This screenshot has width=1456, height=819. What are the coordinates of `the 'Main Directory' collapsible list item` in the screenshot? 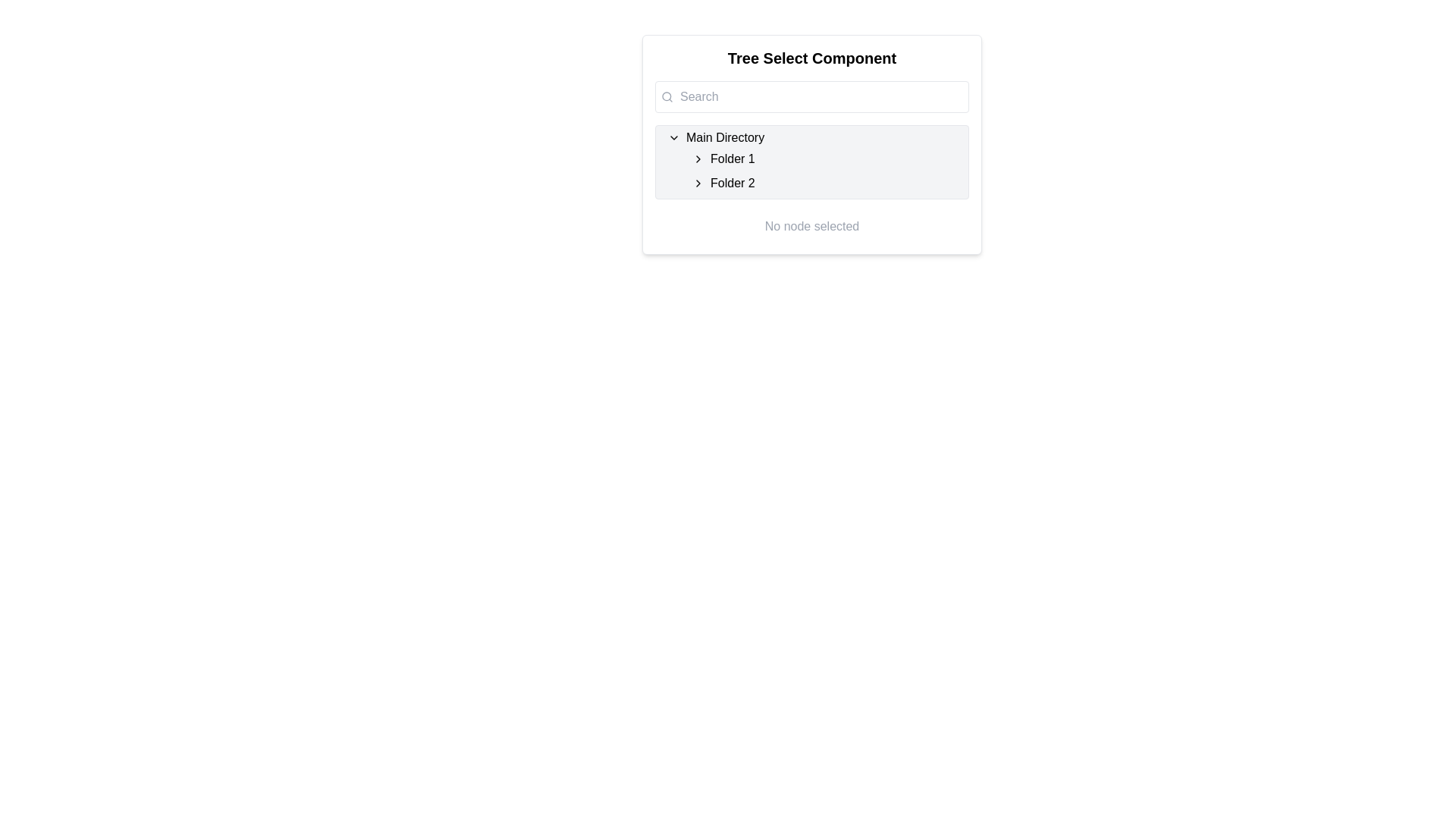 It's located at (811, 137).